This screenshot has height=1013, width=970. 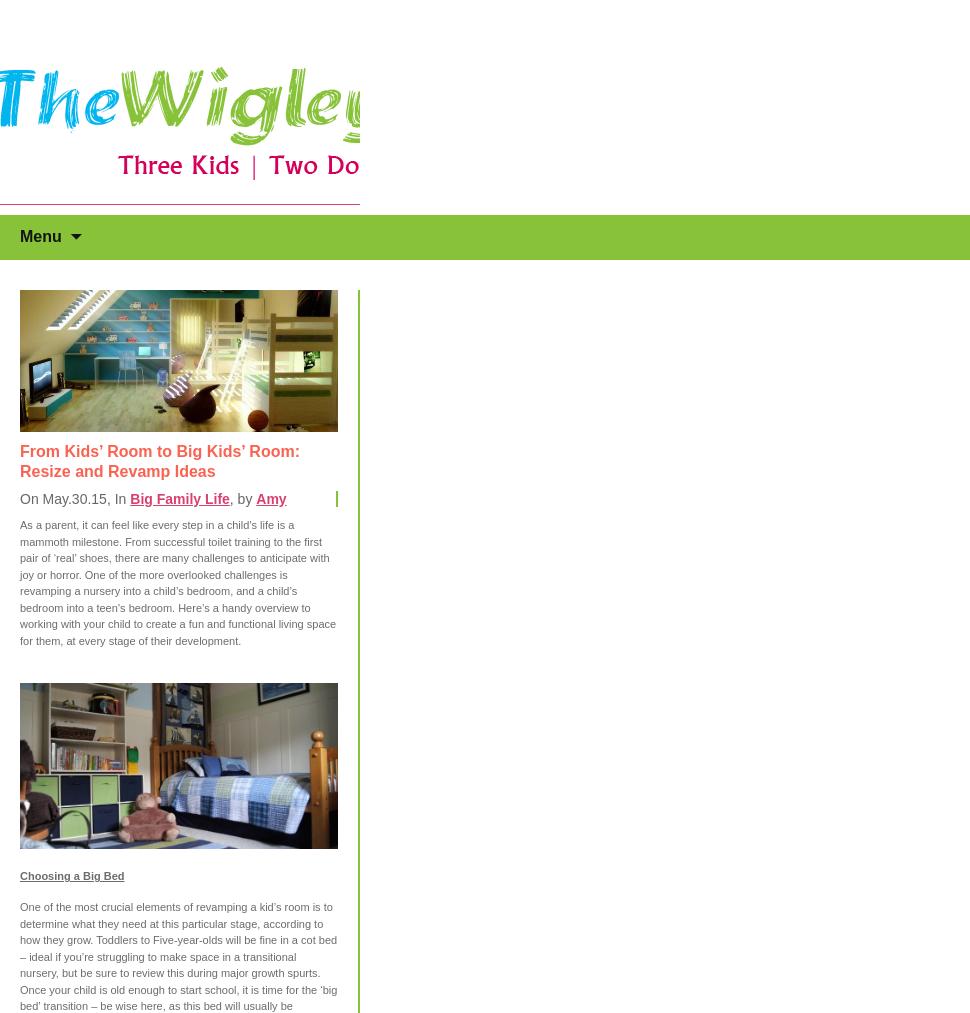 I want to click on 'The Wigley Family:  One from Boston, one from Birmigham and 2 more beside!', so click(x=167, y=66).